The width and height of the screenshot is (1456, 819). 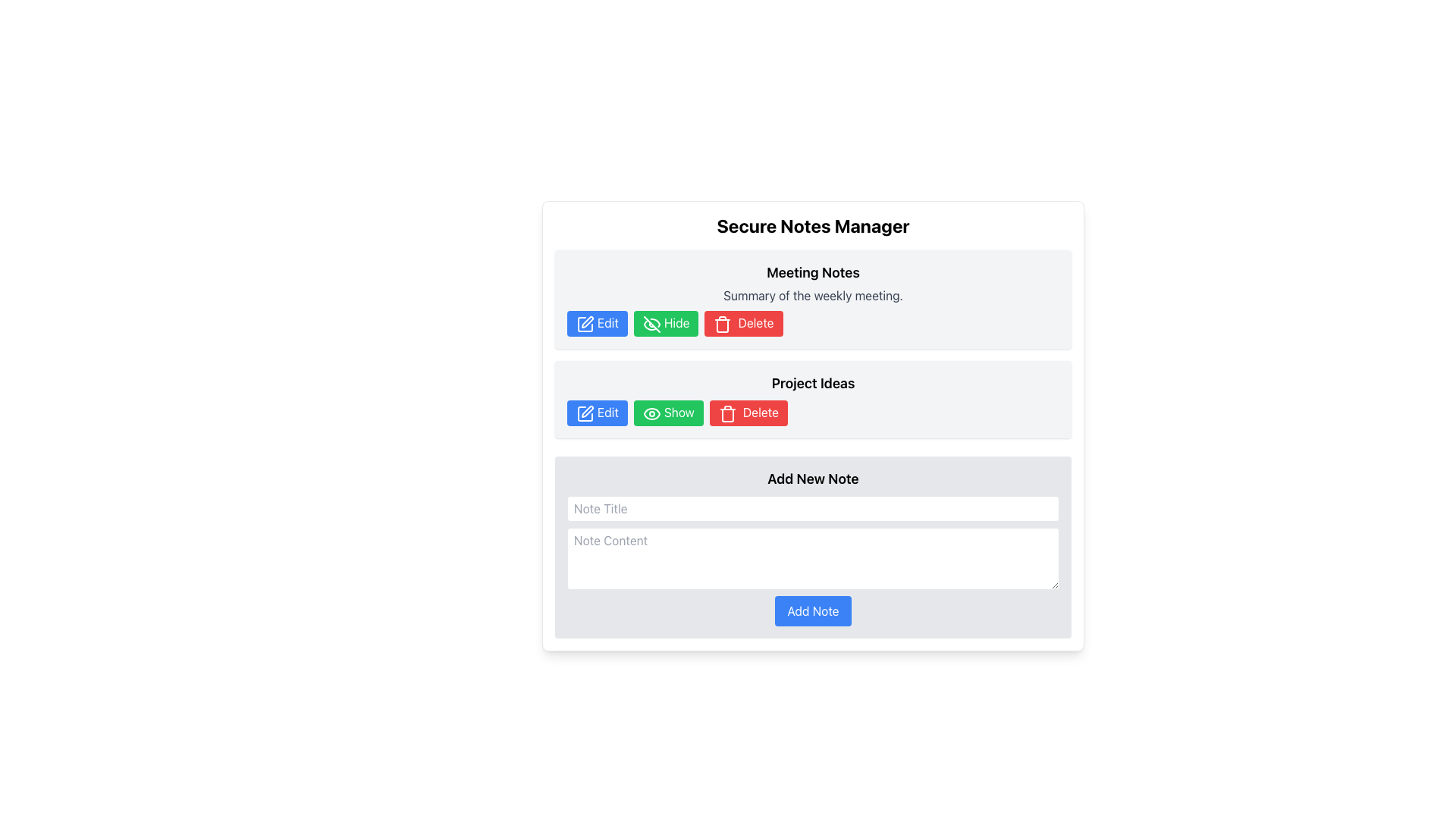 I want to click on the trash icon with a red background, which is part of the 'Delete' button located to the right of the Edit and Hide/Show buttons in the action panel, so click(x=726, y=413).